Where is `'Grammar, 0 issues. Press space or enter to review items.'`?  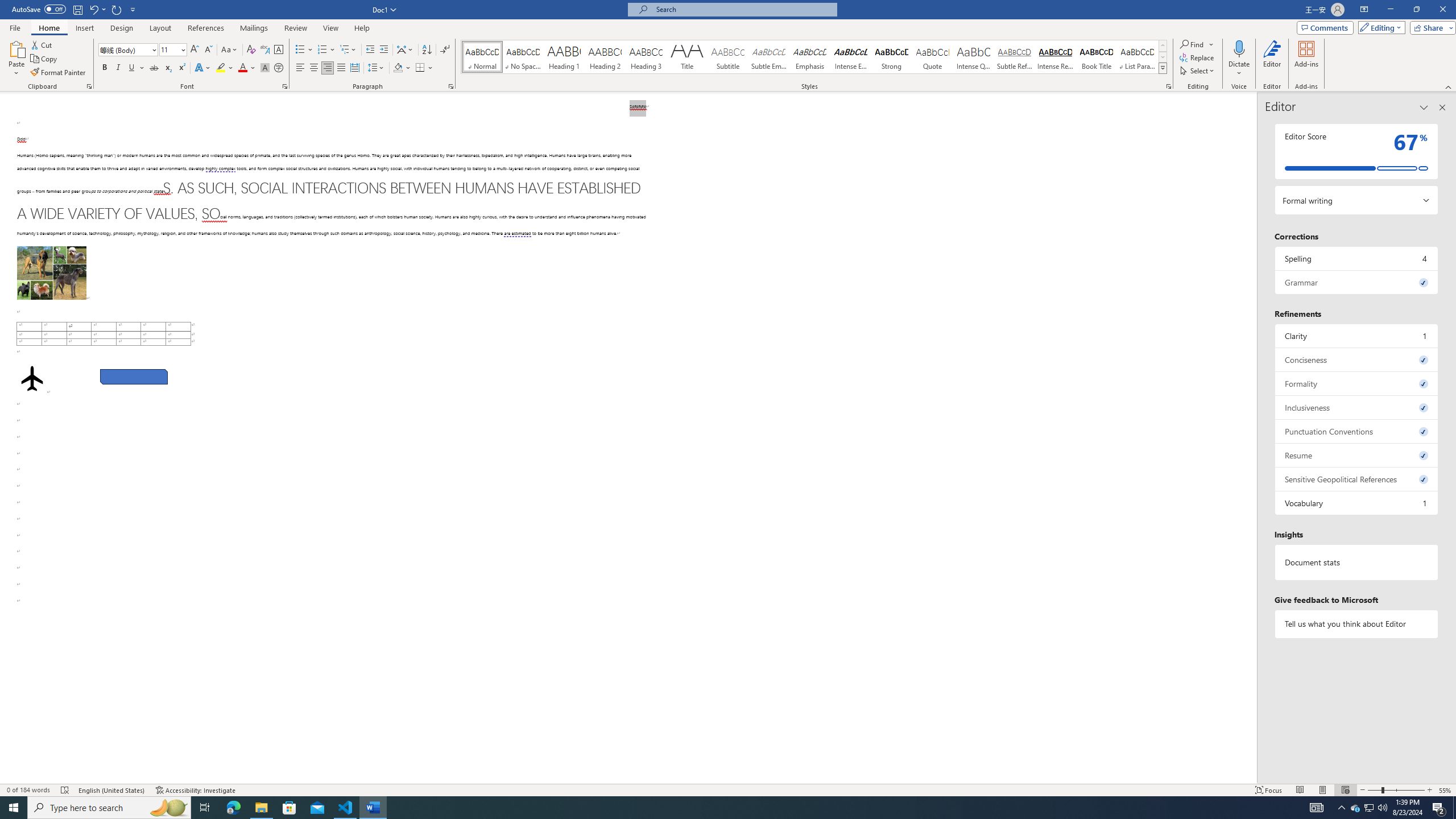 'Grammar, 0 issues. Press space or enter to review items.' is located at coordinates (1356, 282).